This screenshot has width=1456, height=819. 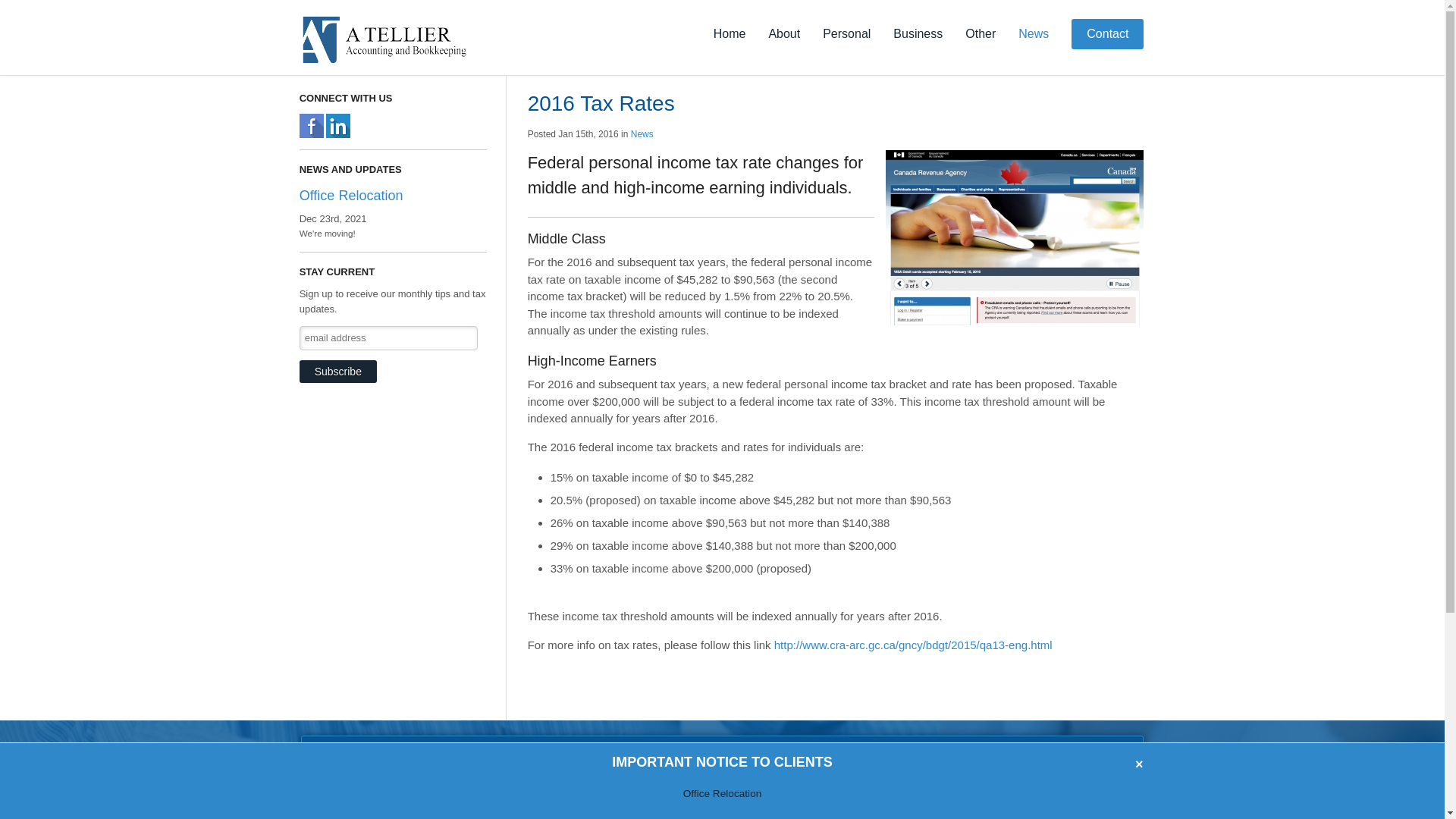 I want to click on 'A Tellier Bookkeeping and Accounting, Welland, LinkedIn', so click(x=325, y=124).